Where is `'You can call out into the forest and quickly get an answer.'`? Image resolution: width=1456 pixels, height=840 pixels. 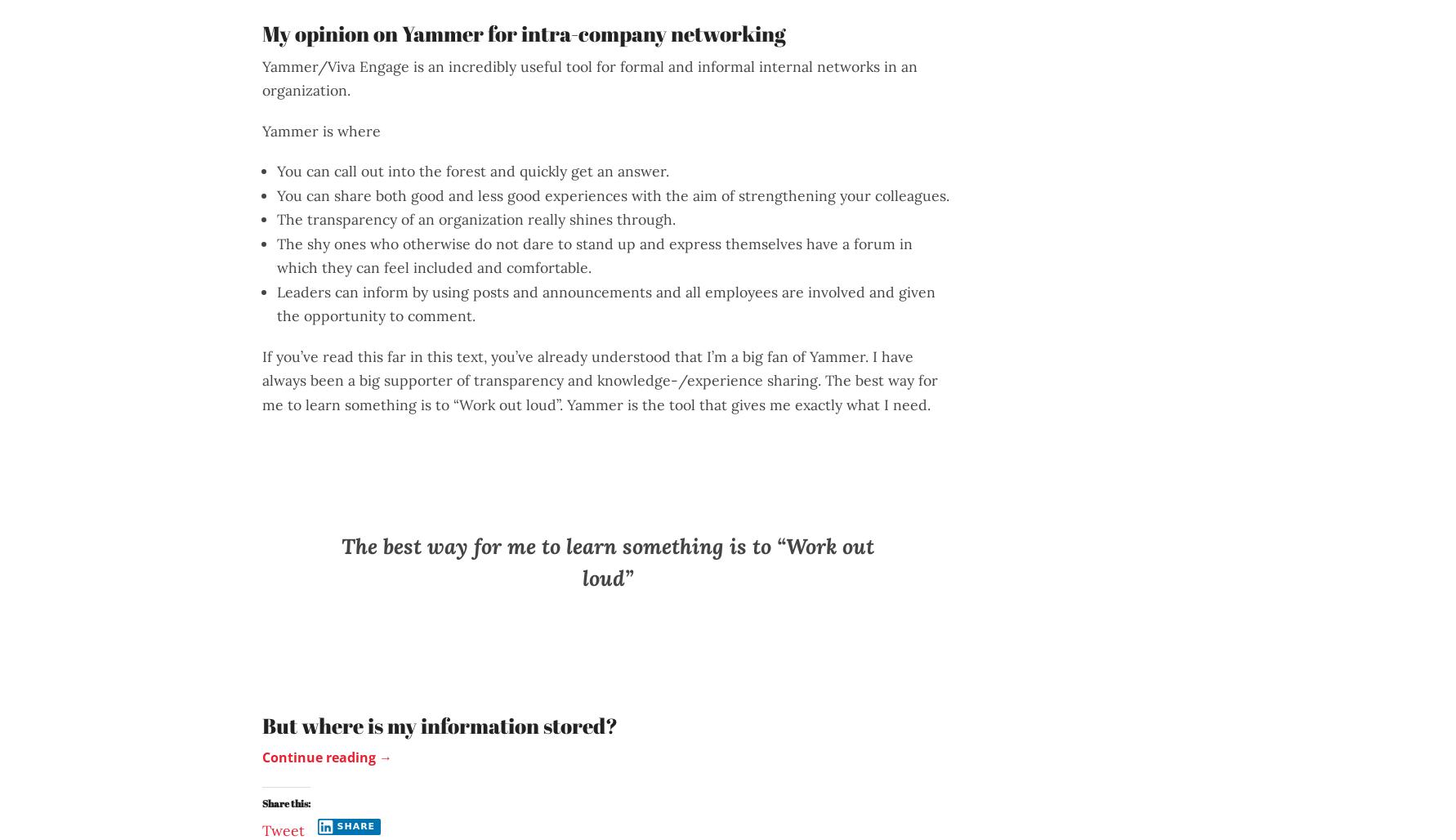
'You can call out into the forest and quickly get an answer.' is located at coordinates (275, 170).